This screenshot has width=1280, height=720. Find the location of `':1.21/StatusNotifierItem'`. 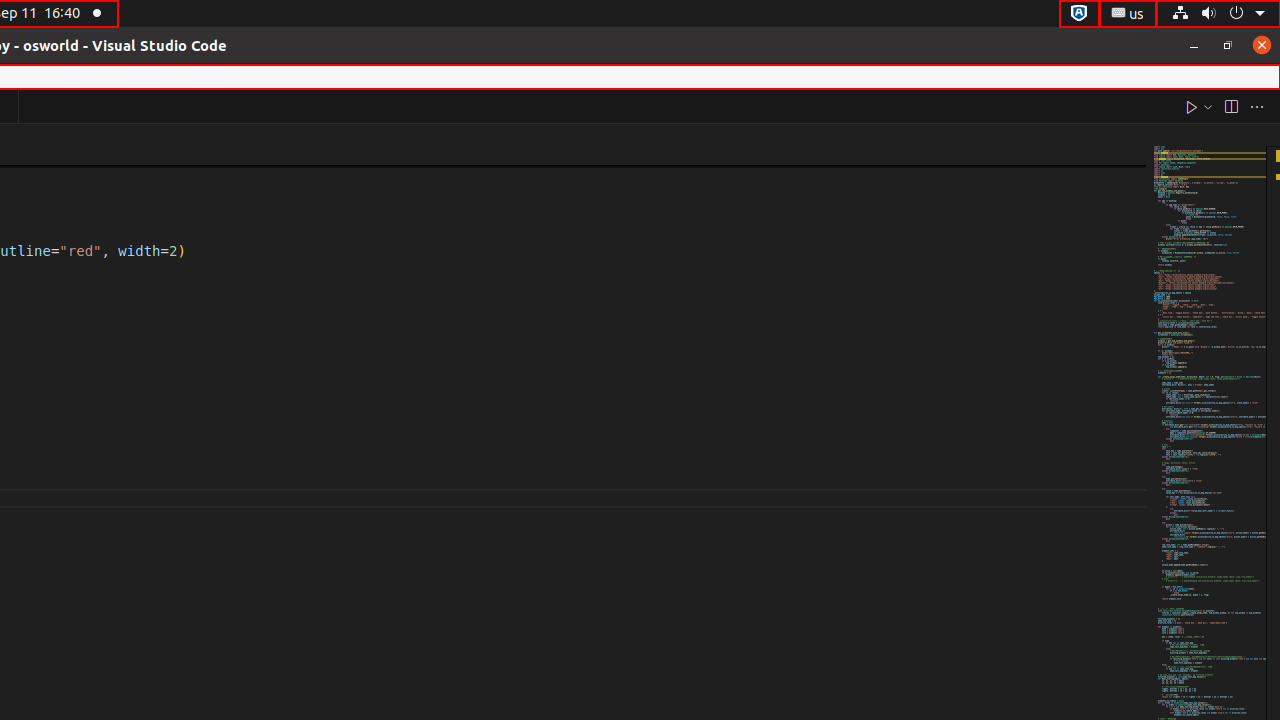

':1.21/StatusNotifierItem' is located at coordinates (1127, 13).